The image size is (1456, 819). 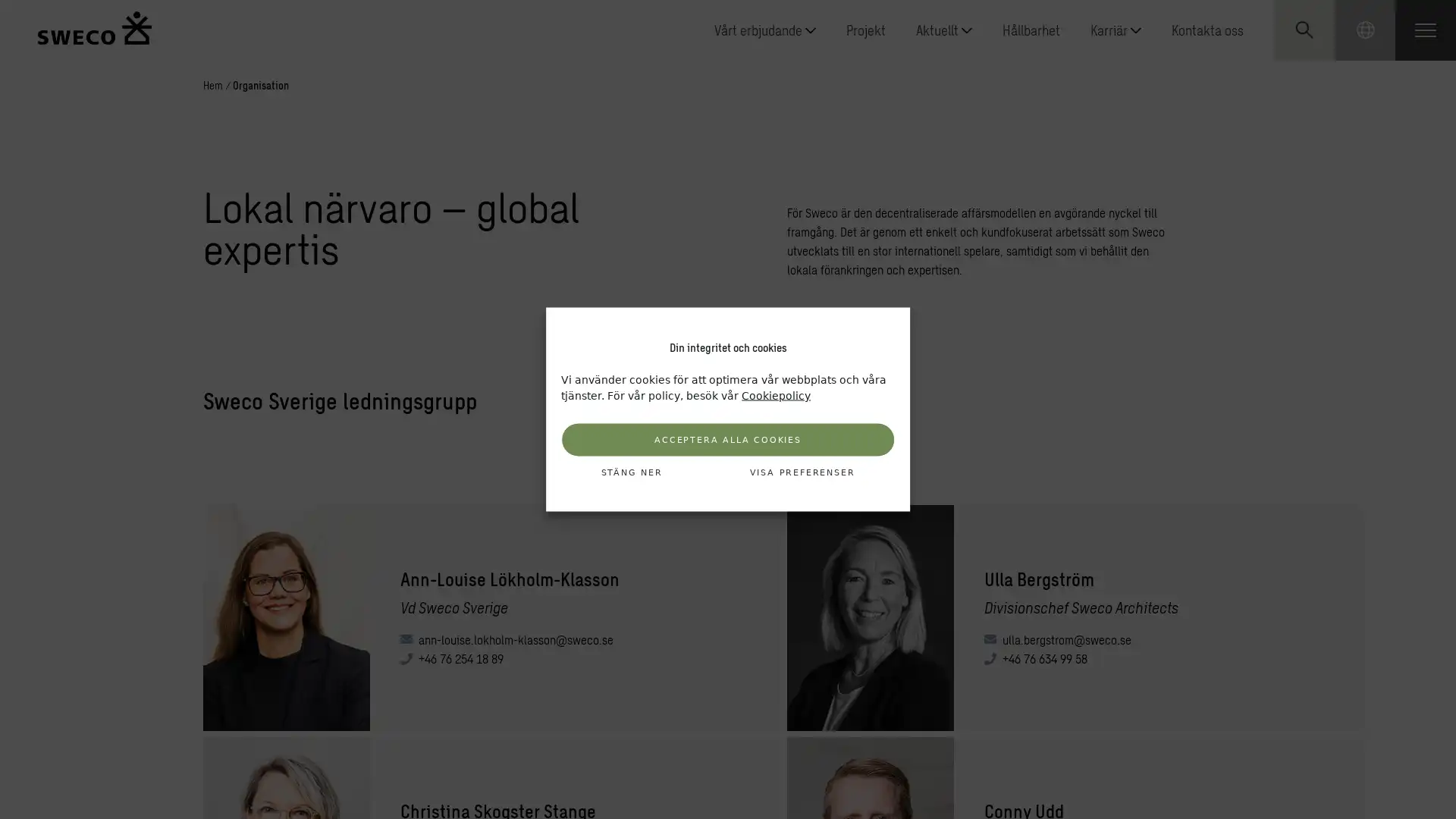 What do you see at coordinates (1332, 167) in the screenshot?
I see `Submit search` at bounding box center [1332, 167].